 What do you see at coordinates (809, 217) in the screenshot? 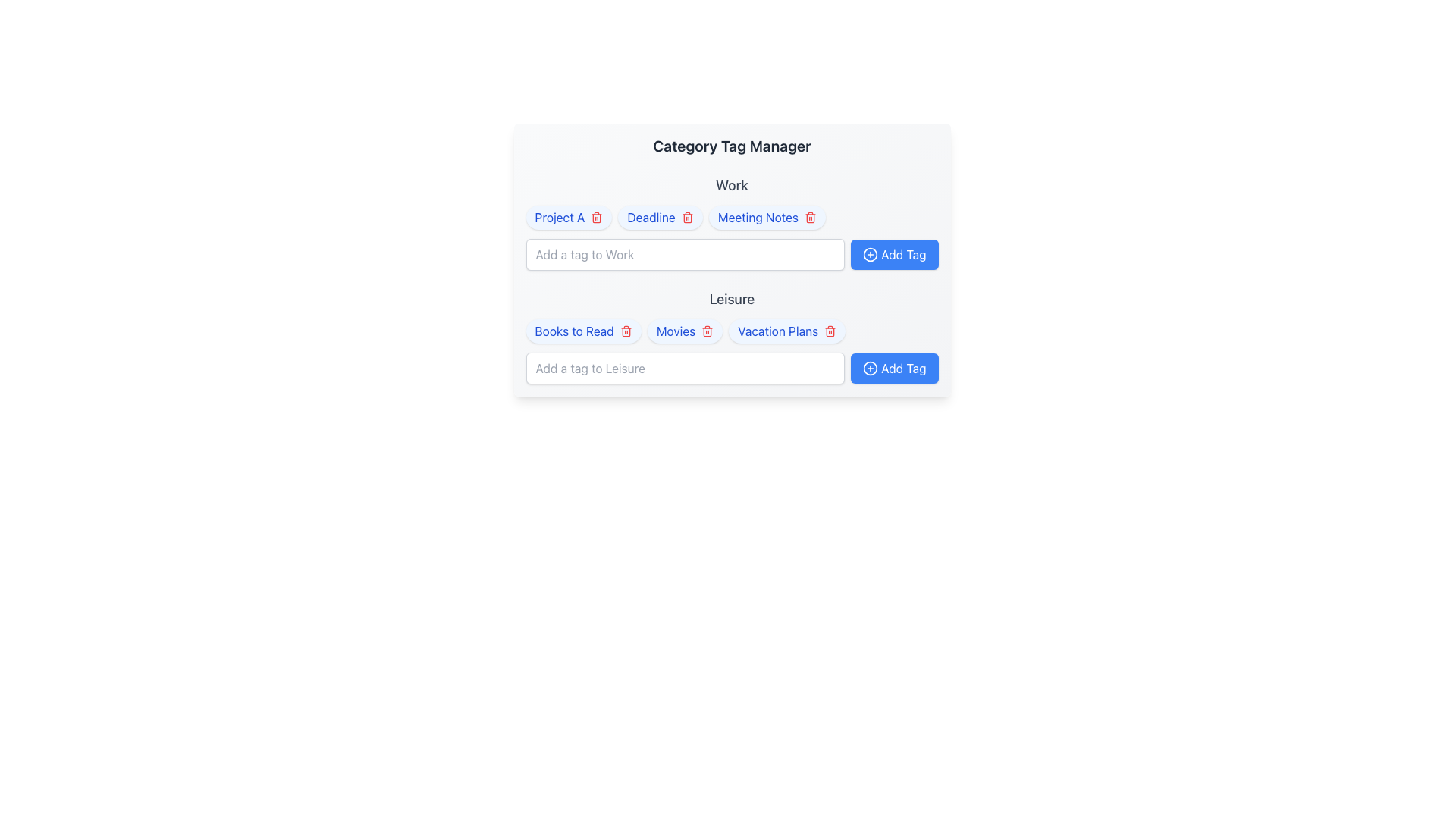
I see `the red trash bin icon button located next to the 'Meeting Notes' label in the 'Work' category section` at bounding box center [809, 217].